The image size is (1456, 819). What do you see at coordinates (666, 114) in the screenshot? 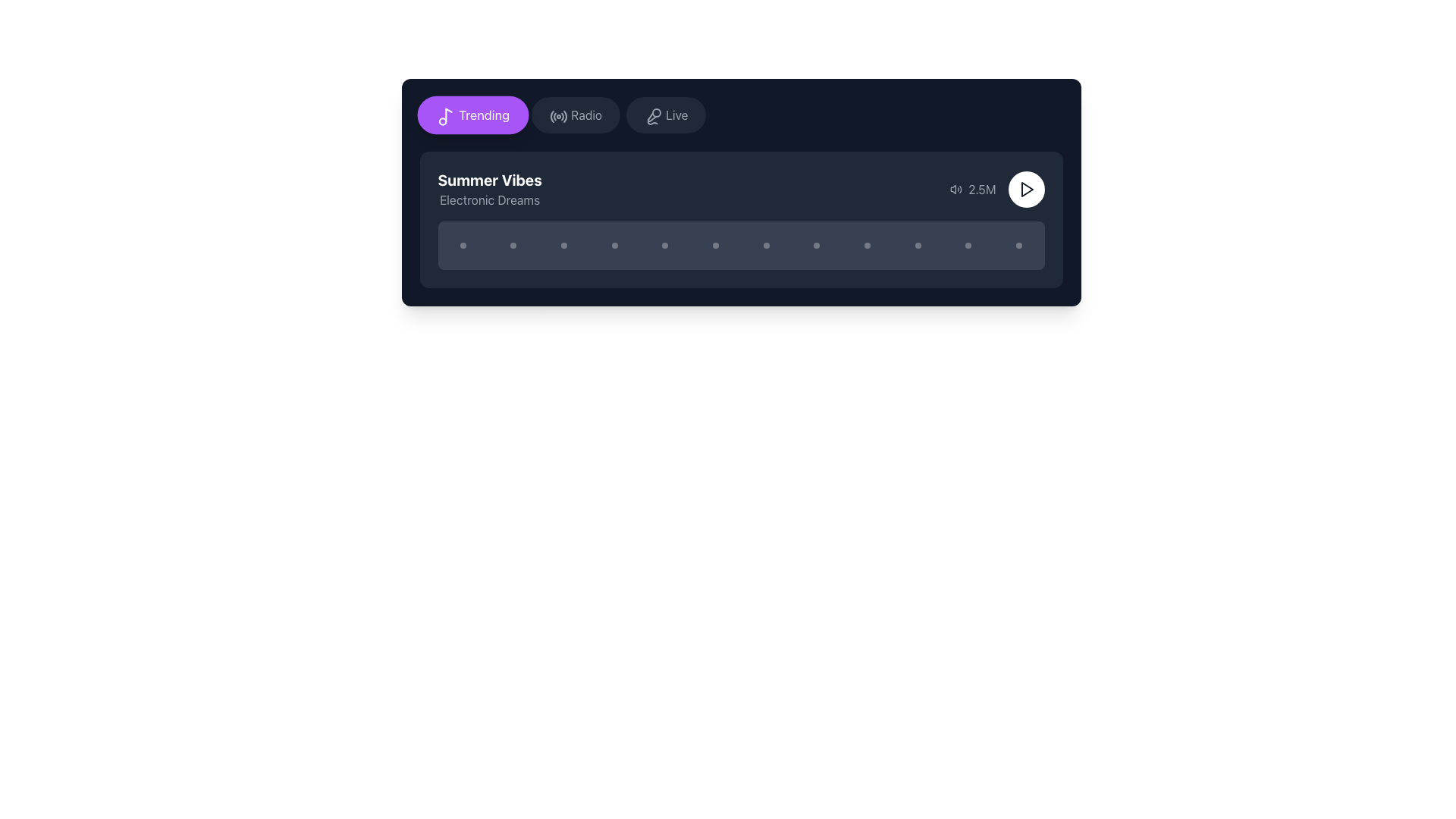
I see `the 'Live' button, which is a rounded rectangular button with a dark gray background and text reading 'Live', positioned to the right of the 'Radio' button` at bounding box center [666, 114].